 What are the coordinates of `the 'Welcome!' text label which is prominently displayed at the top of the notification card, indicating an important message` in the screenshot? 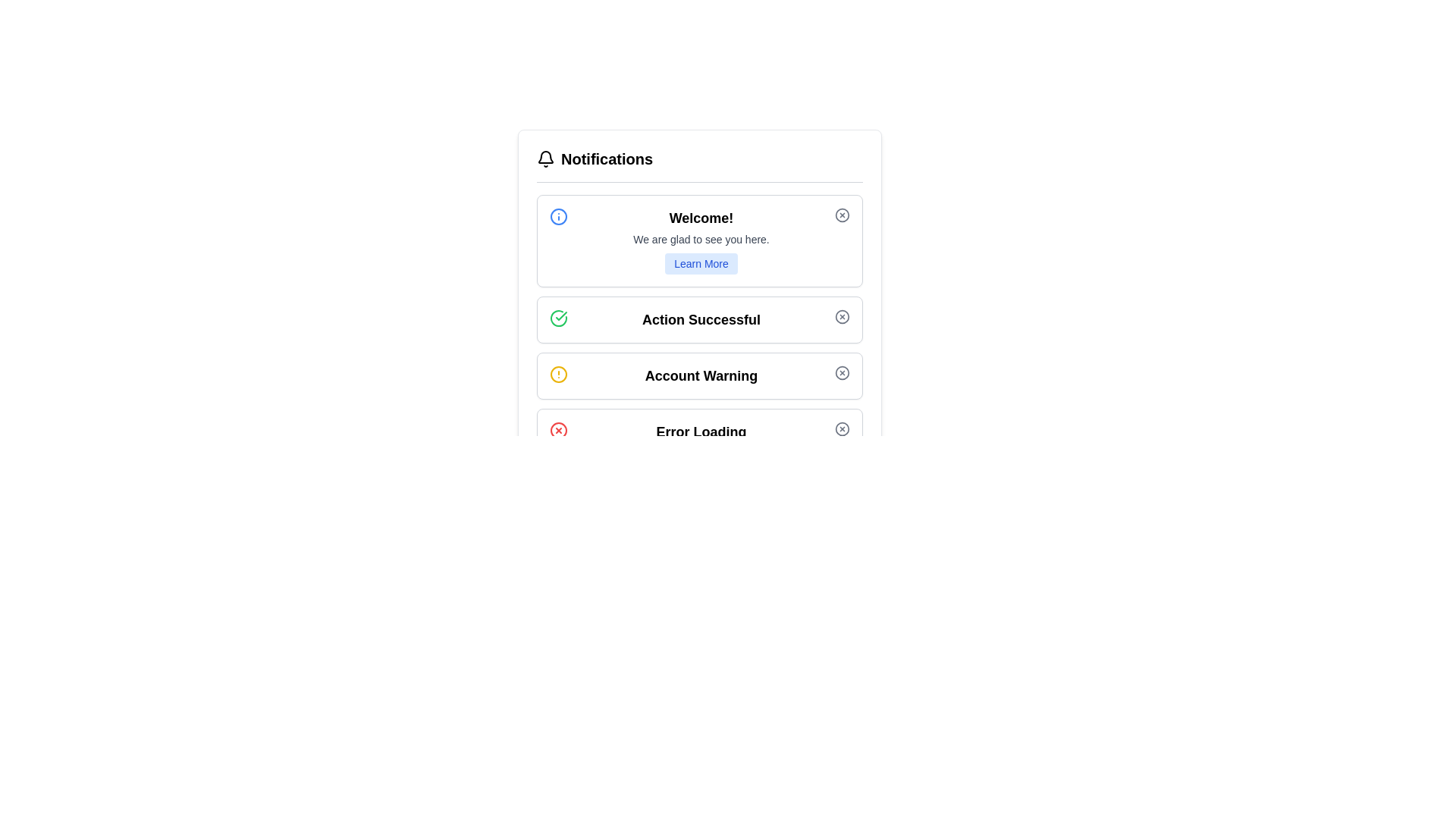 It's located at (701, 218).